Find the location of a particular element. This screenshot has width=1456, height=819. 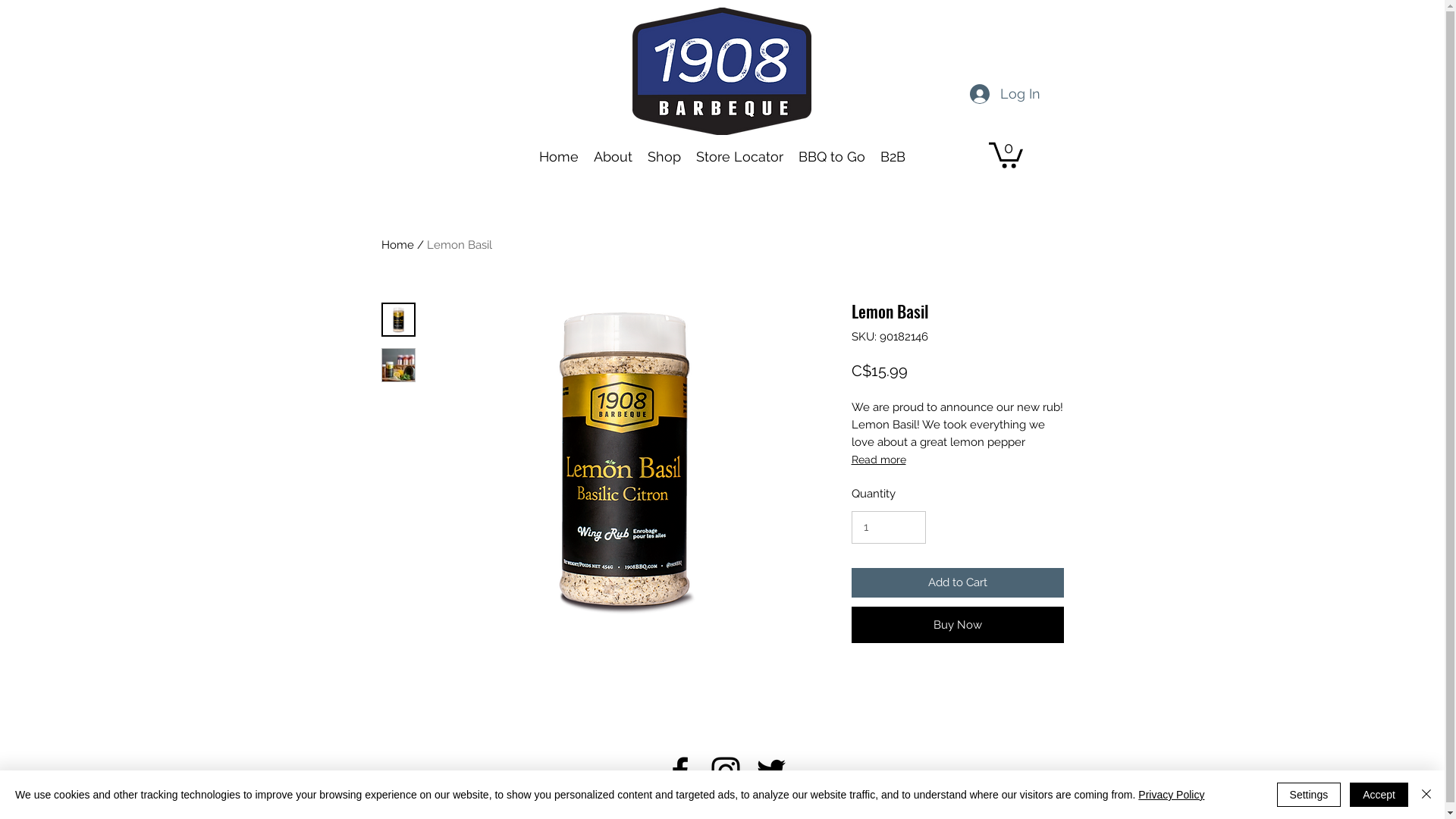

'Lemon Basil' is located at coordinates (457, 244).